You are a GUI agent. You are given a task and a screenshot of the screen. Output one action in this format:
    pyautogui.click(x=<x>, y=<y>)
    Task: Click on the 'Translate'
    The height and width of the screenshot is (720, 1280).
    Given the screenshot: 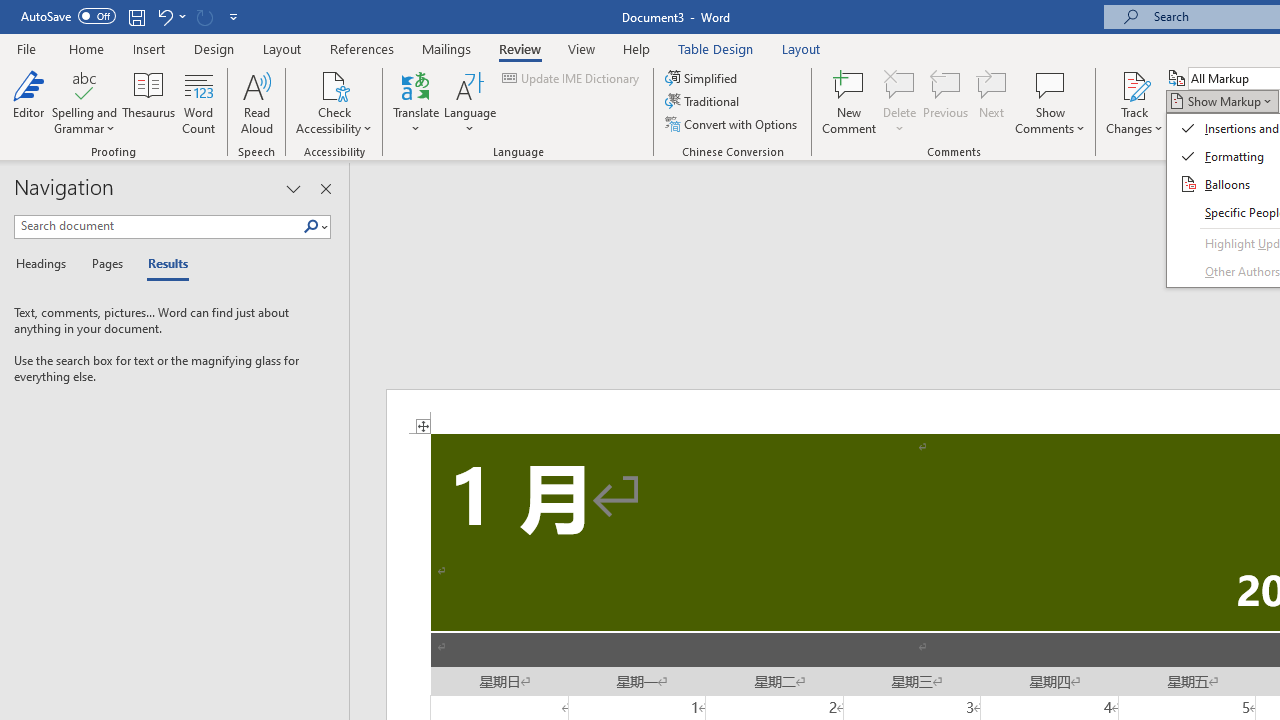 What is the action you would take?
    pyautogui.click(x=415, y=103)
    